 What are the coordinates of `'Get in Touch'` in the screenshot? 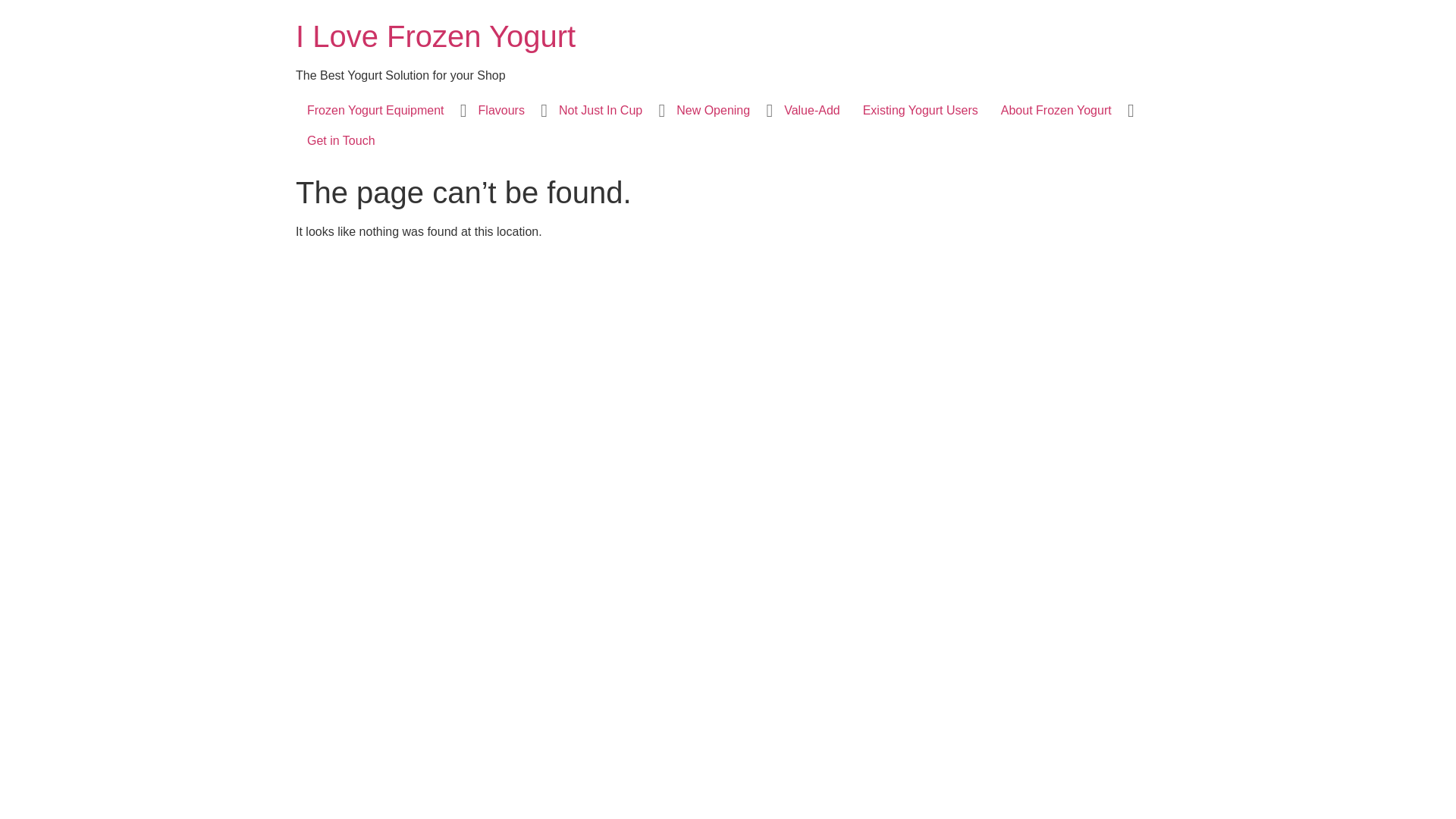 It's located at (340, 140).